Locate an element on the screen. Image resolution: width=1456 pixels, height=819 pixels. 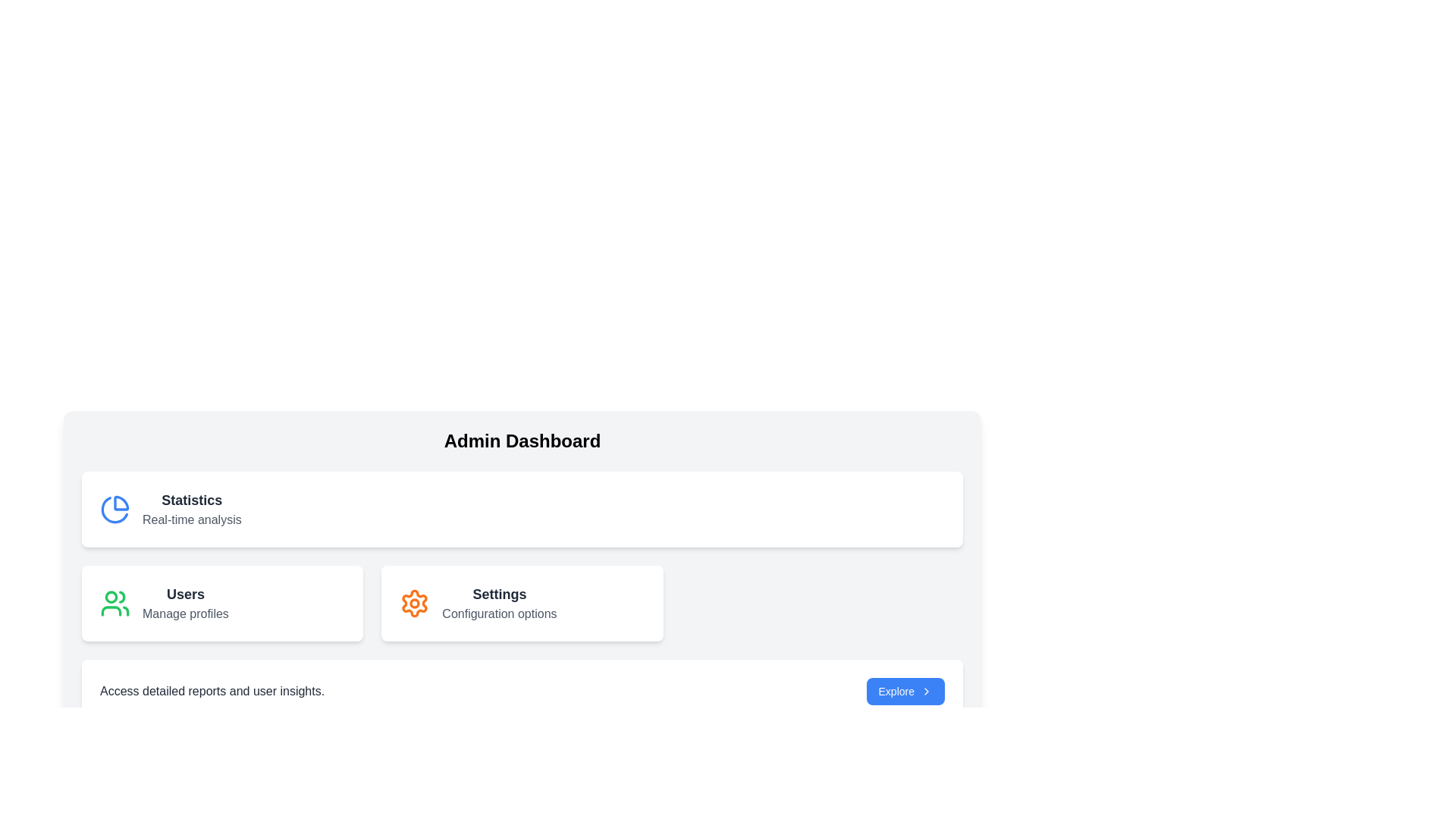
the small right-pointing arrow icon with a thin, rounded stroke design, which is styled in a minimalistic fashion with a white stroke over a blue button background, located within the 'Explore' button at the bottom-right corner of the main interface is located at coordinates (926, 691).